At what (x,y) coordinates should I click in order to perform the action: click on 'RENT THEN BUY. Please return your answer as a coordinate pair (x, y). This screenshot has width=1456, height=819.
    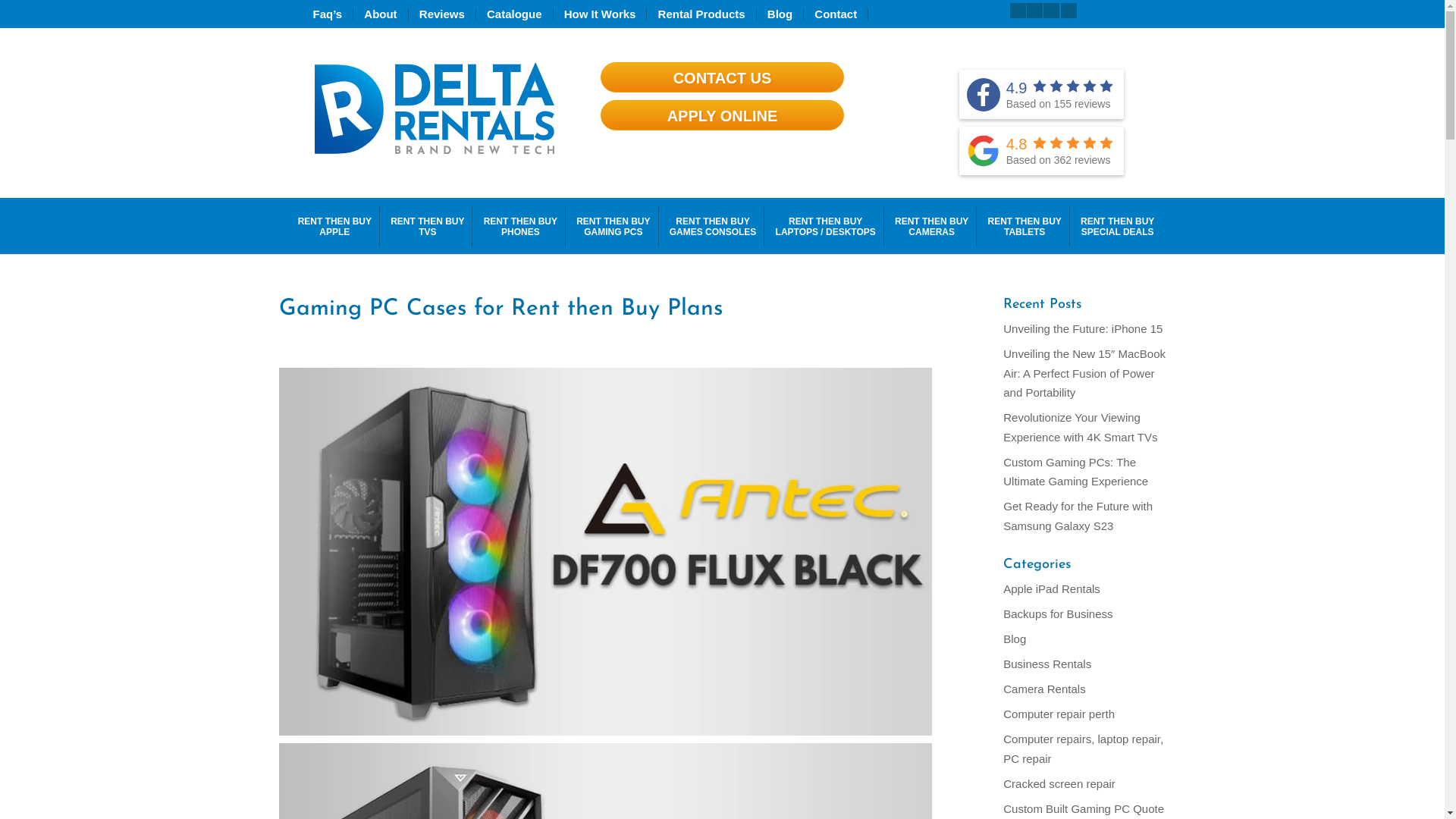
    Looking at the image, I should click on (1024, 227).